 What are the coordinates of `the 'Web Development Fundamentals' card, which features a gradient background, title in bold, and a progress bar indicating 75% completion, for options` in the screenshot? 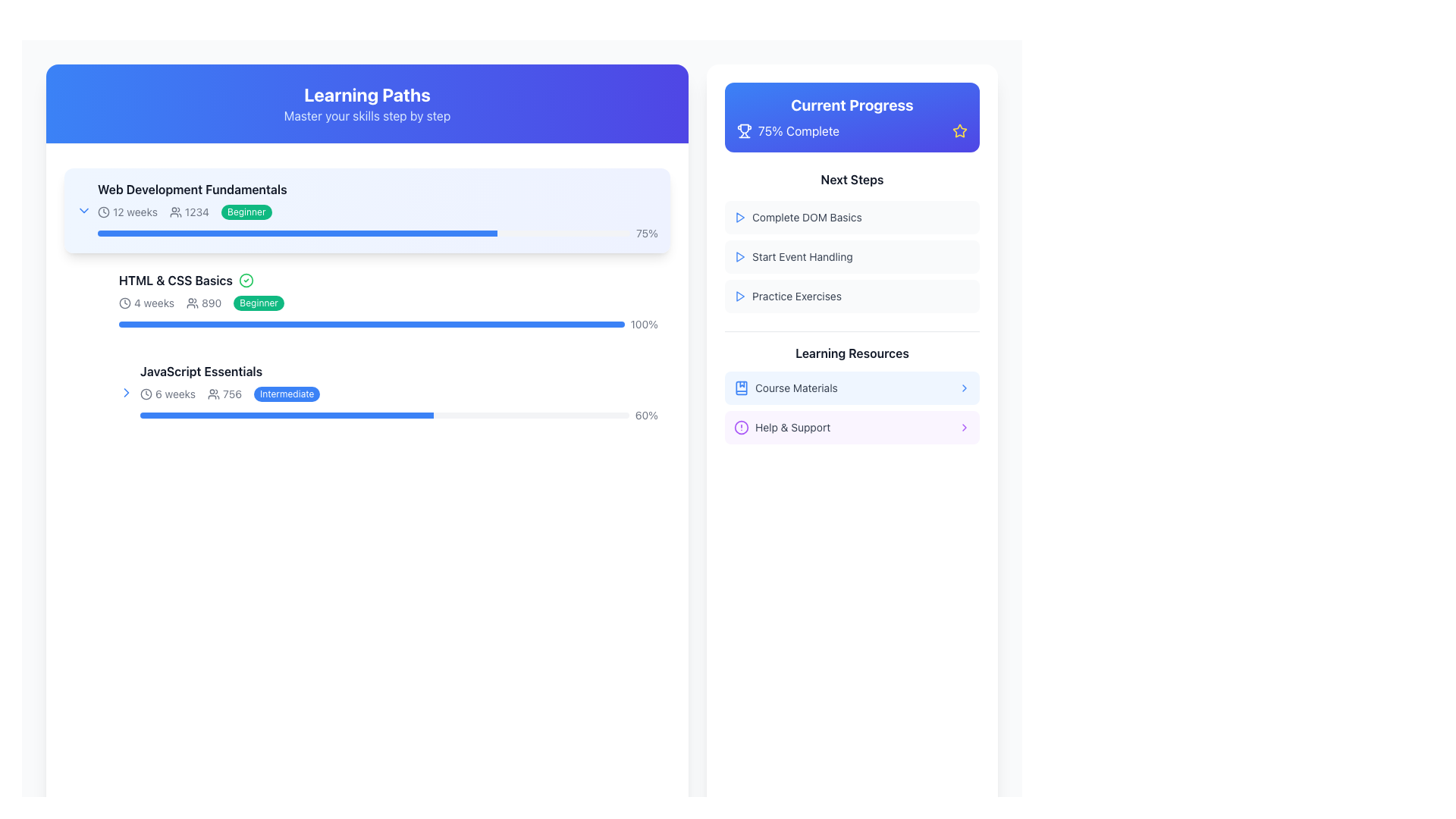 It's located at (367, 210).